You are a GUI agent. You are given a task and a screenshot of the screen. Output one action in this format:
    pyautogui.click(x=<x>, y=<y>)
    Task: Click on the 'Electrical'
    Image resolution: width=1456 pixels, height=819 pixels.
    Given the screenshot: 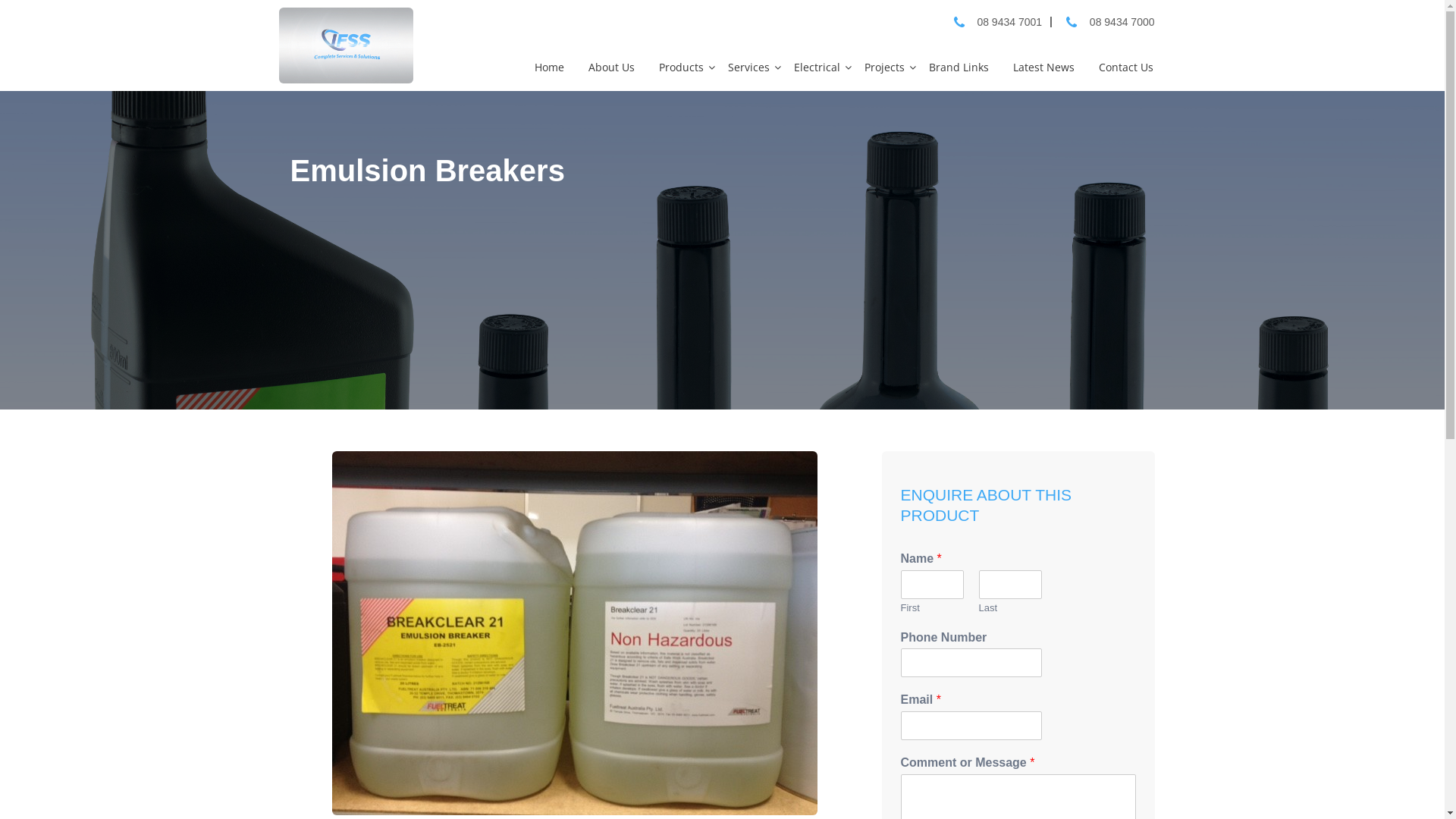 What is the action you would take?
    pyautogui.click(x=817, y=66)
    